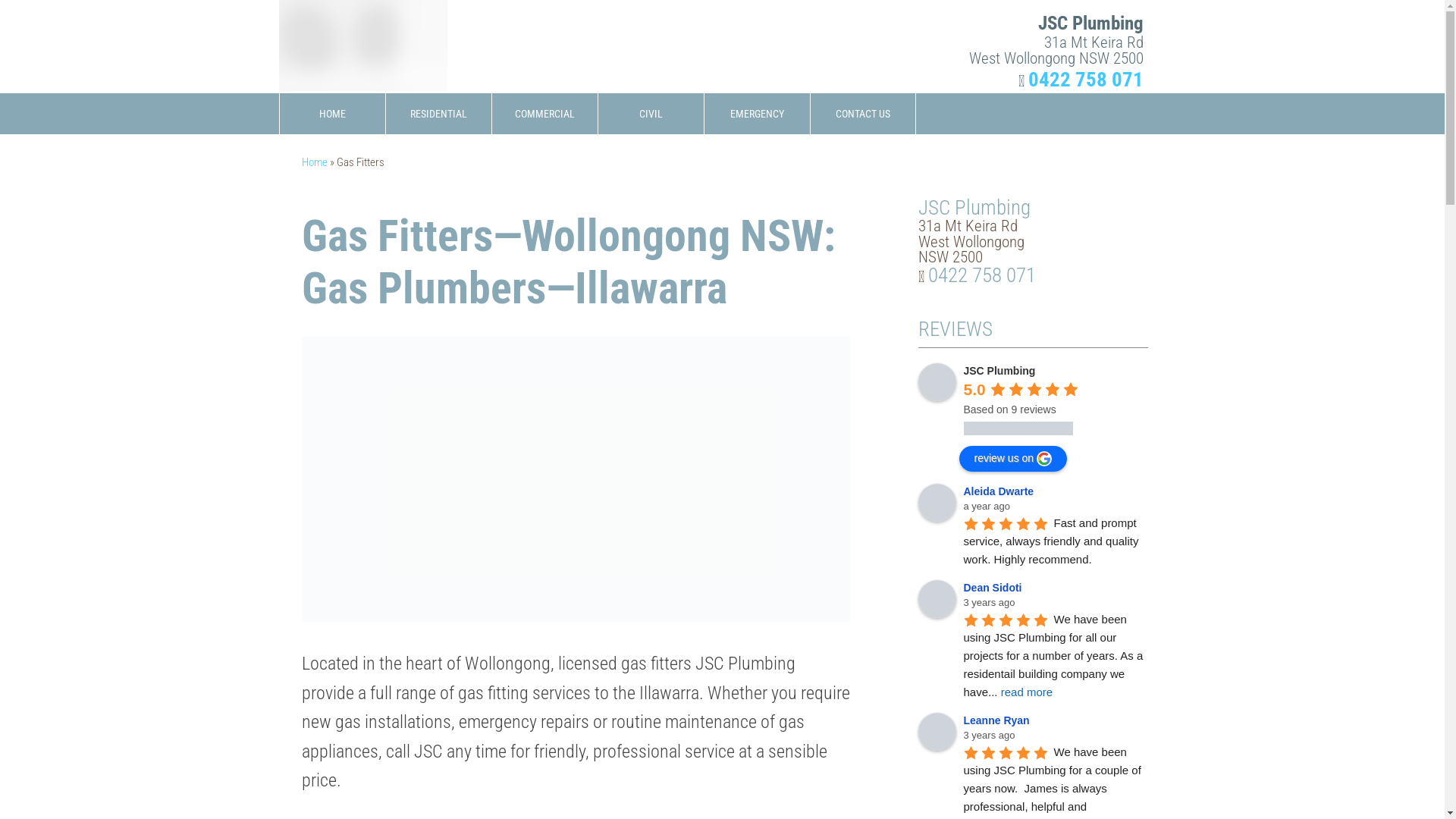 The width and height of the screenshot is (1456, 819). I want to click on 'RESIDENTIAL', so click(437, 113).